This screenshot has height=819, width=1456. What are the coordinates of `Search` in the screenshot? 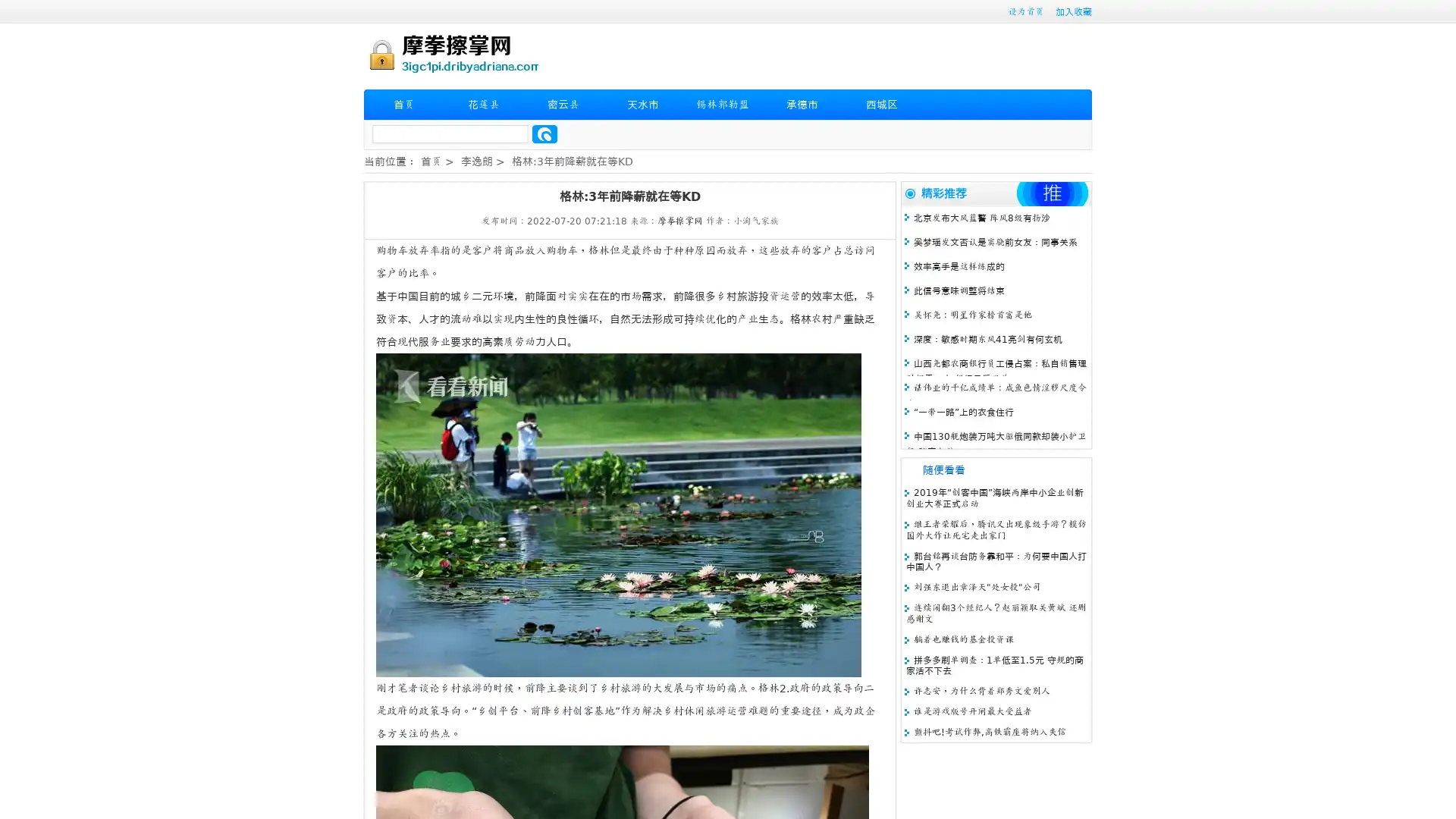 It's located at (544, 133).